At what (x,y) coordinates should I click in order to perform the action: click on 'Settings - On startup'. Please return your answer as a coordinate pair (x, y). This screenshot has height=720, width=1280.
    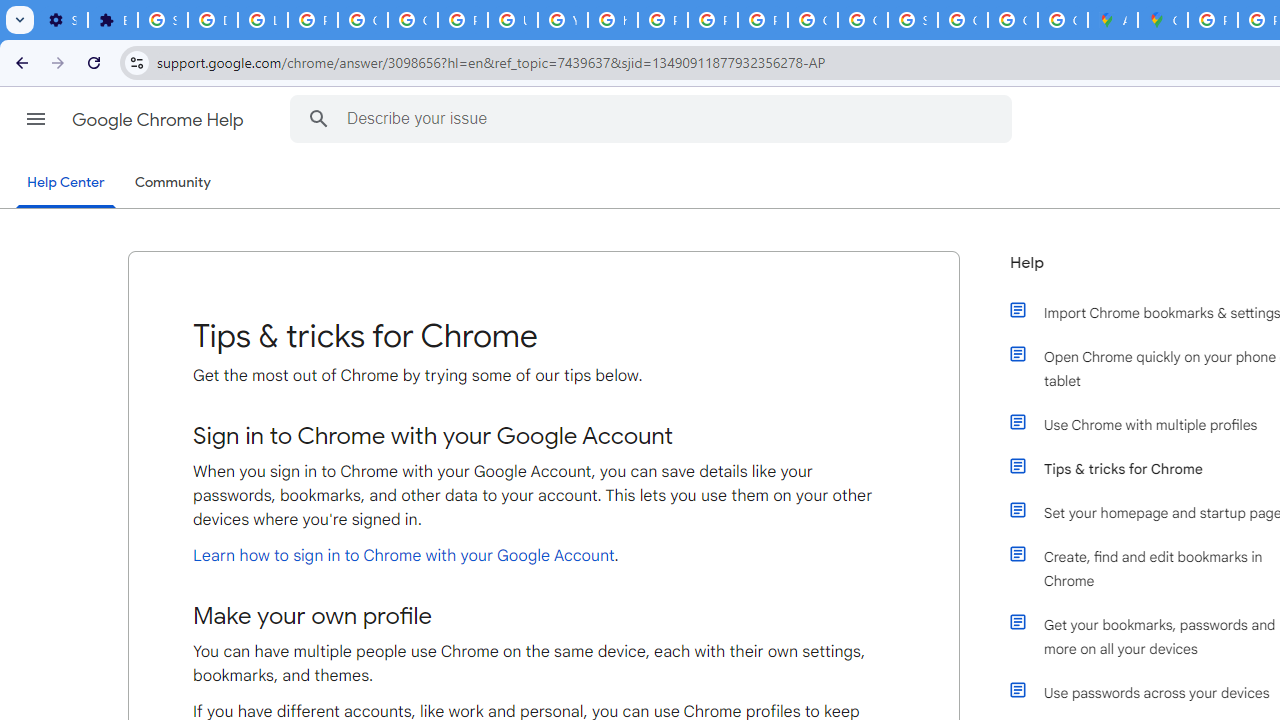
    Looking at the image, I should click on (62, 20).